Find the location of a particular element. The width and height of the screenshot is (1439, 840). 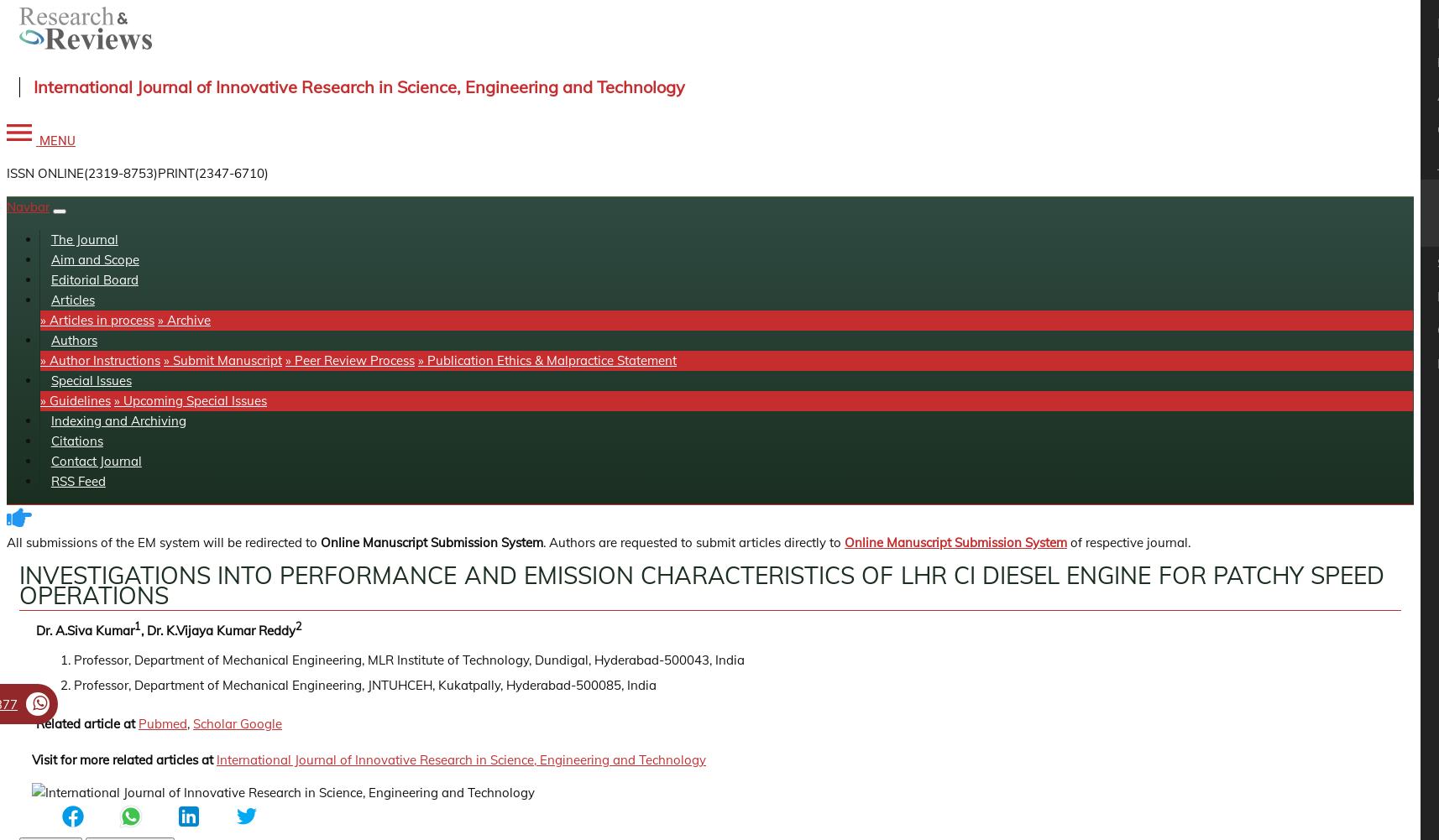

'Citations' is located at coordinates (76, 440).